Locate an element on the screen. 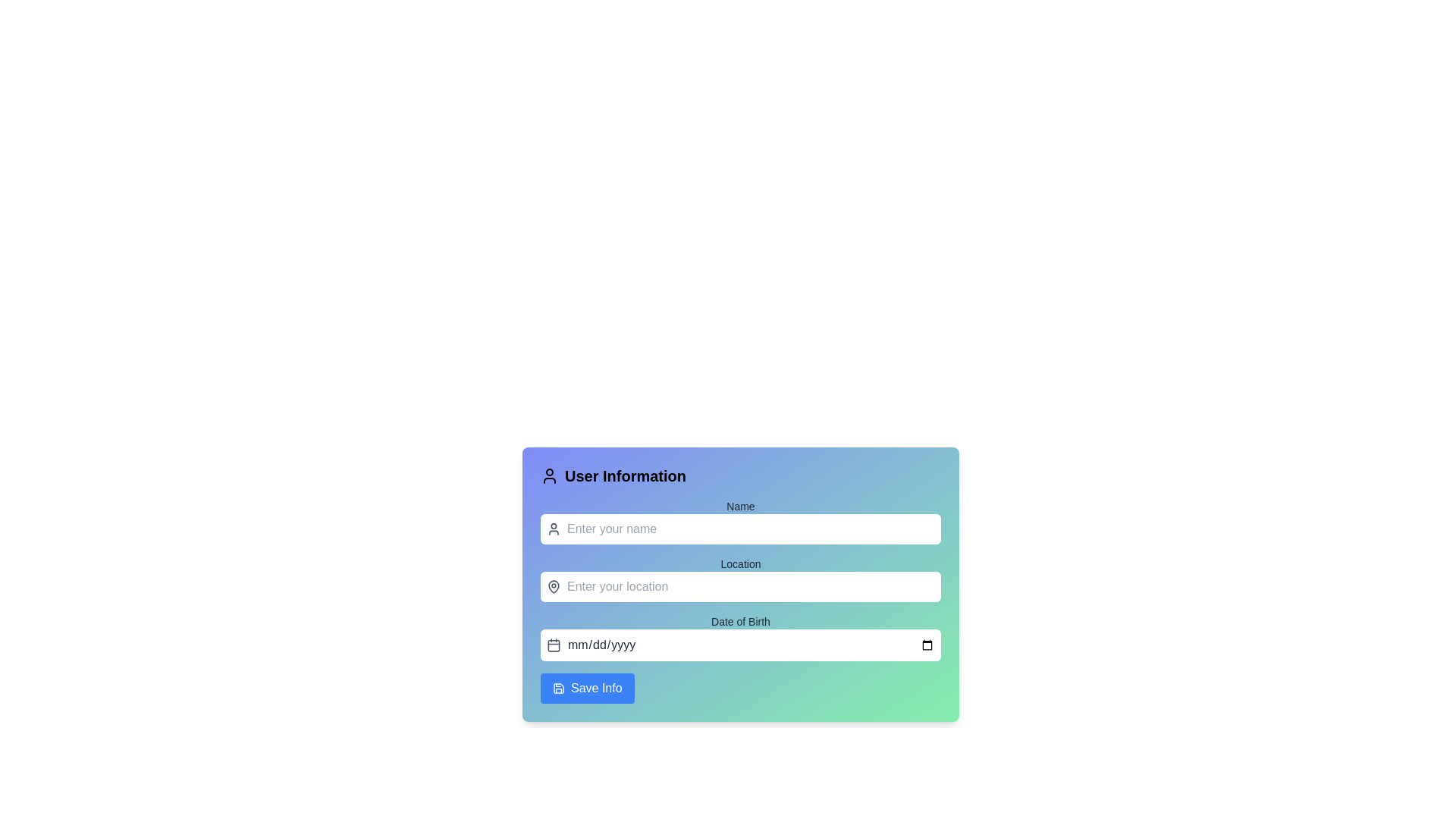 This screenshot has height=819, width=1456. the text input field labeled 'Name' in the 'User Information' section that has a placeholder saying 'Enter your name' is located at coordinates (741, 520).